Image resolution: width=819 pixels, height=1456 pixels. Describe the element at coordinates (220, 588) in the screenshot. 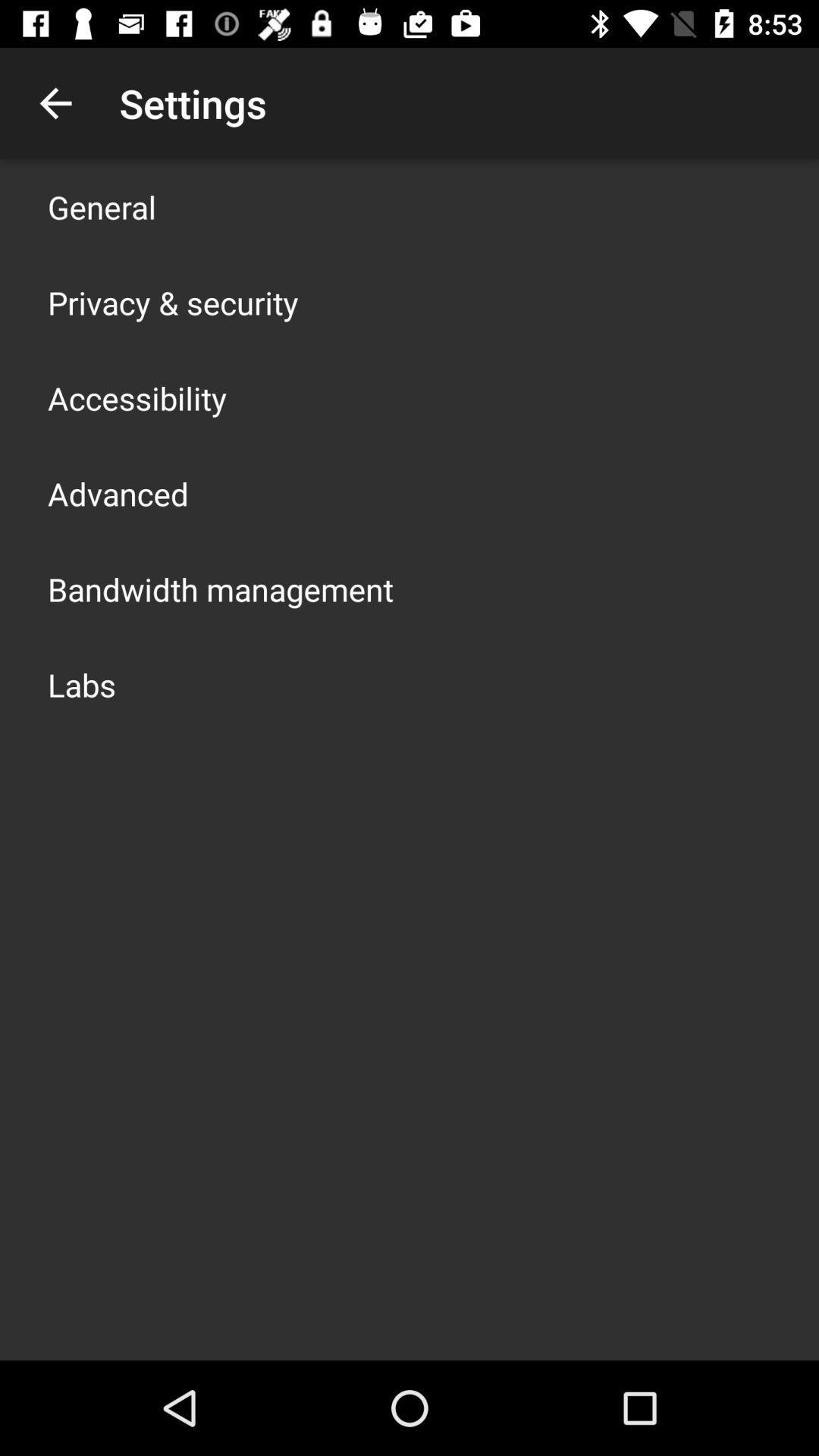

I see `bandwidth management icon` at that location.